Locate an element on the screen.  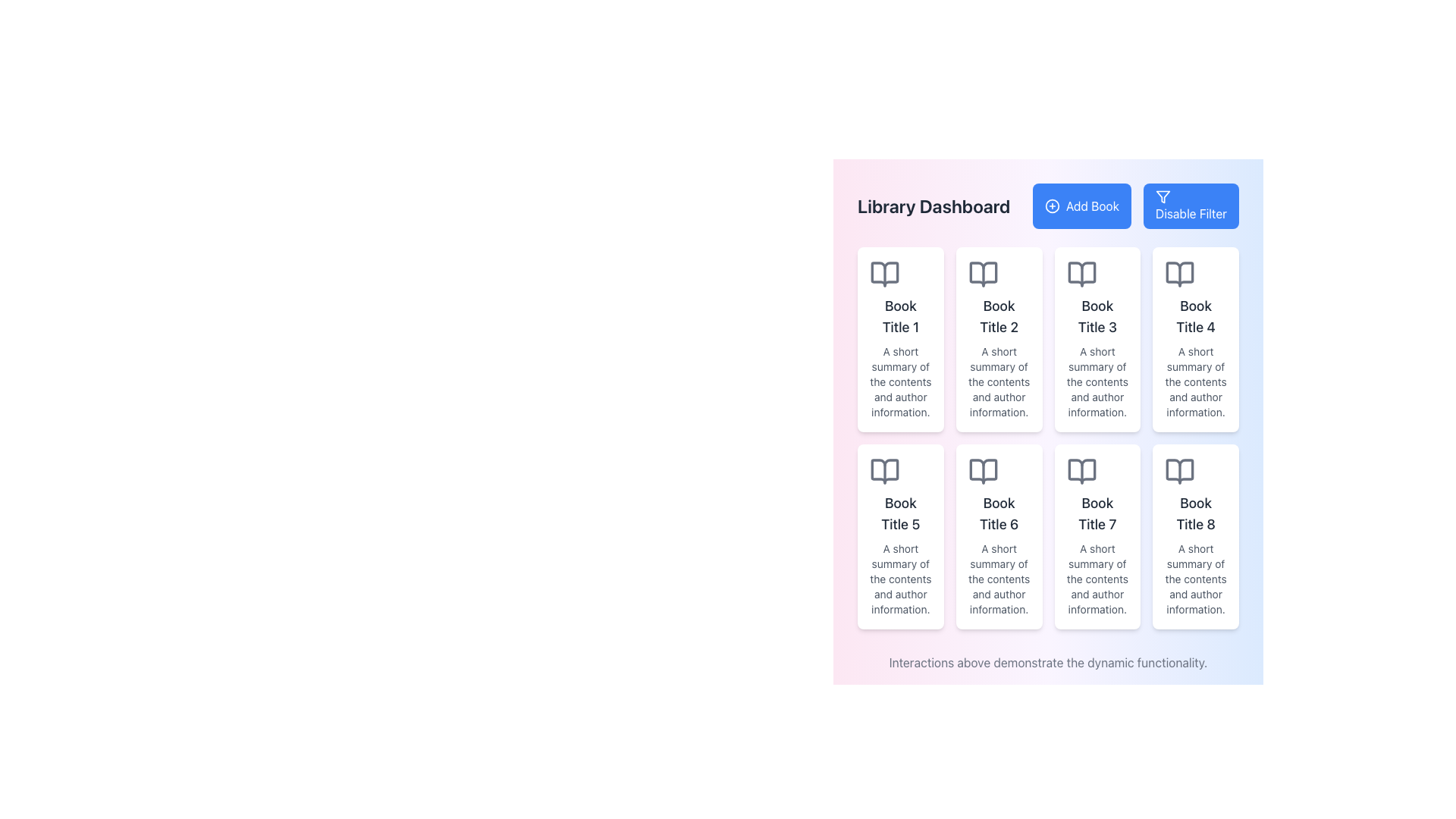
the text label displaying 'Book Title 4' which is styled with a larger bold font in dark gray, located in the top-right corner of a book card is located at coordinates (1195, 315).